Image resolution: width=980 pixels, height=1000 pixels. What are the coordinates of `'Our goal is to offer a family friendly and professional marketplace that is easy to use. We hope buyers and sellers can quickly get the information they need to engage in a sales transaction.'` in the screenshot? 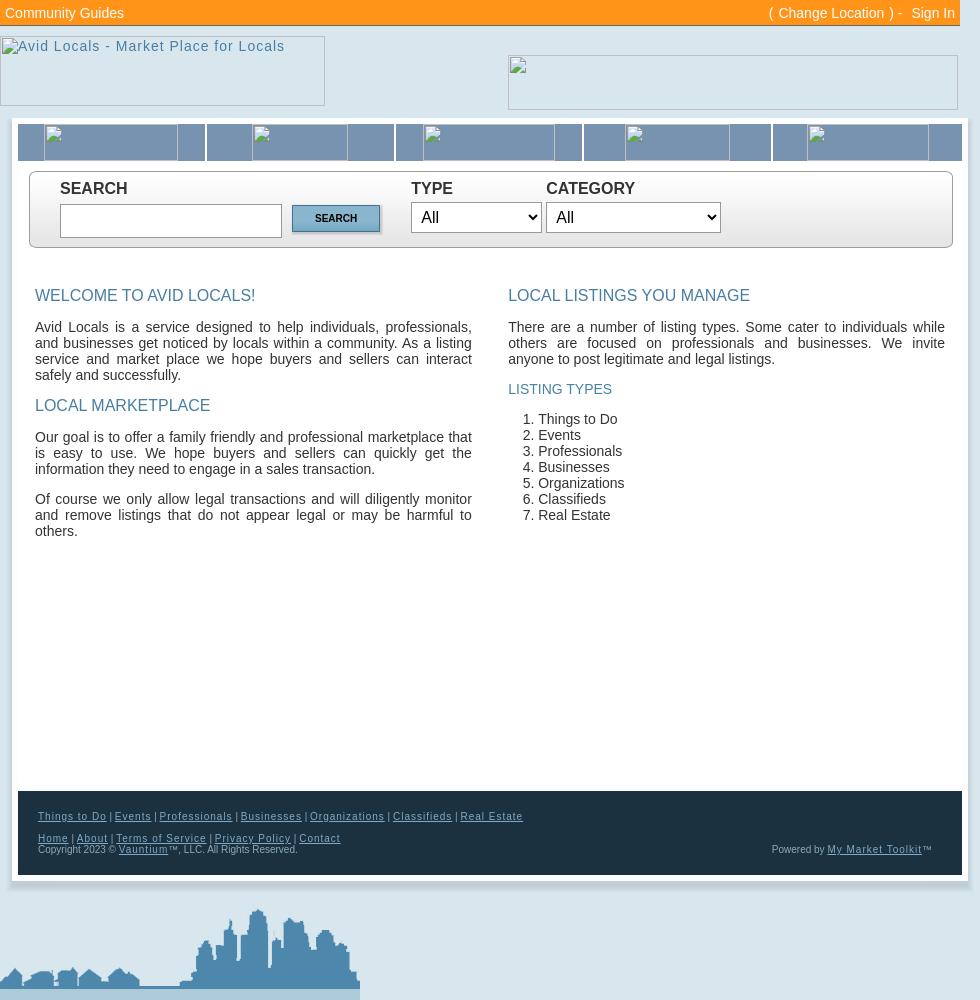 It's located at (253, 452).